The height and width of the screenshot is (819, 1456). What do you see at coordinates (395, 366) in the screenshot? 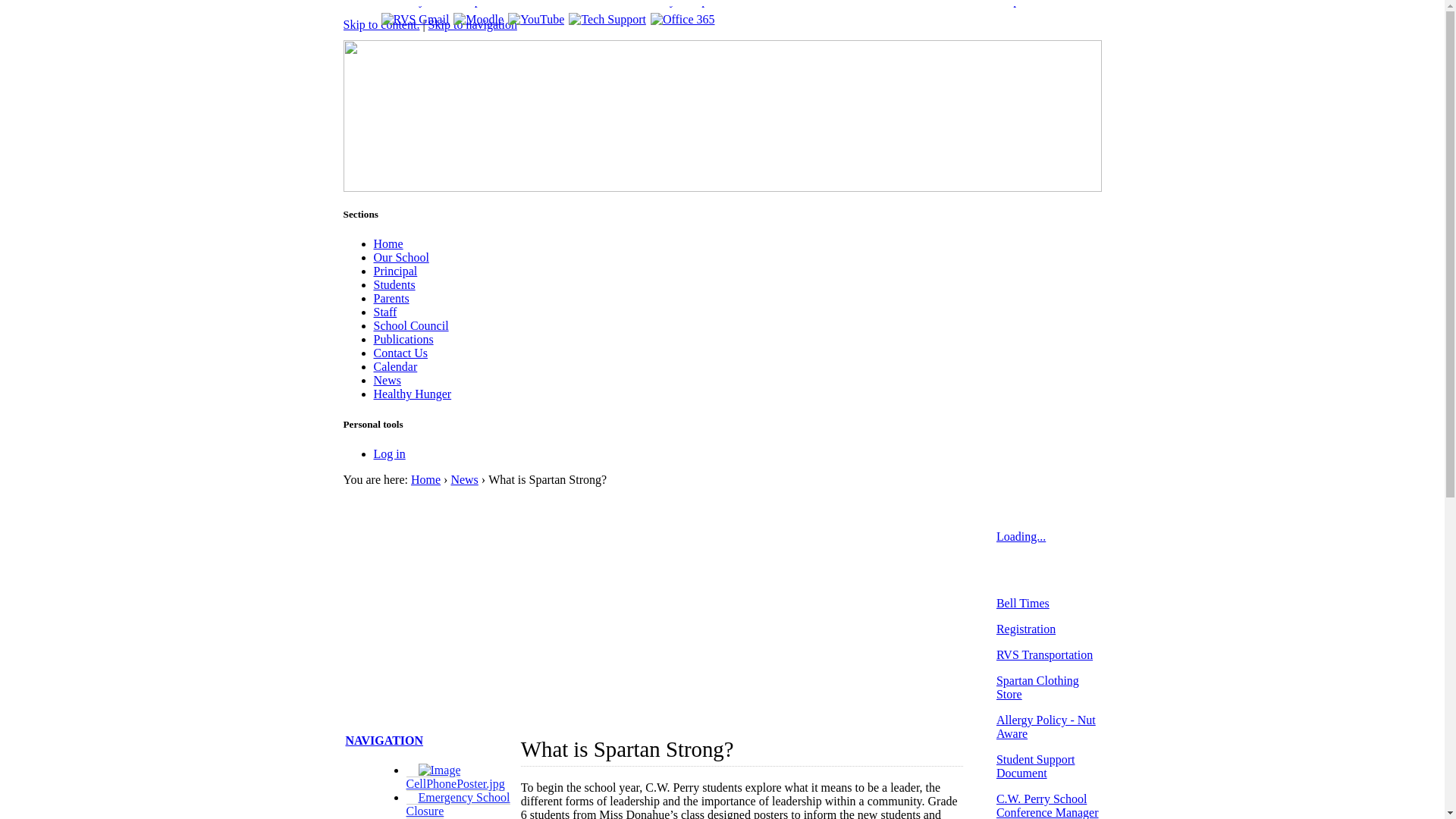
I see `'Calendar'` at bounding box center [395, 366].